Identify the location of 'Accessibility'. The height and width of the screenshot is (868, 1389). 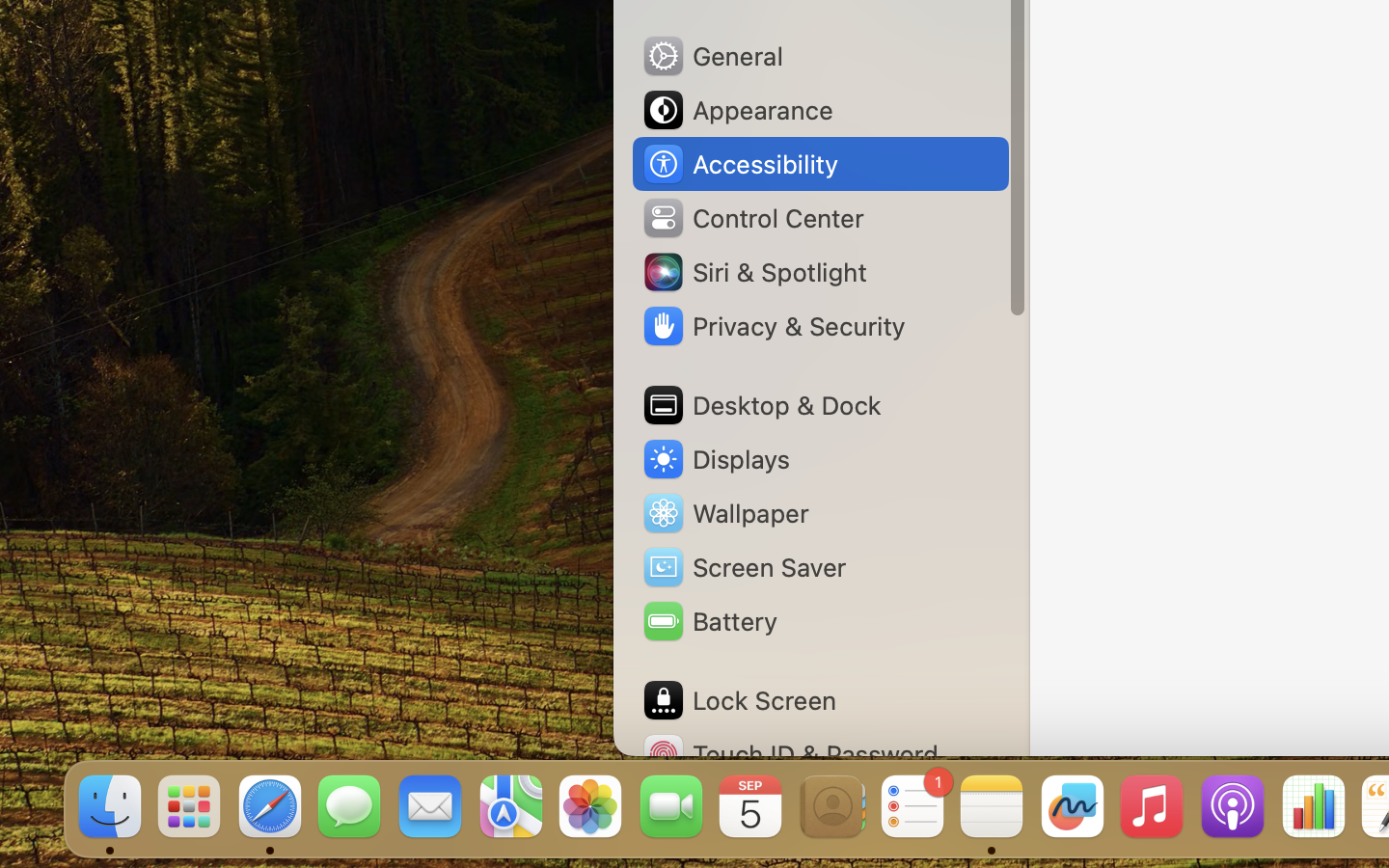
(738, 164).